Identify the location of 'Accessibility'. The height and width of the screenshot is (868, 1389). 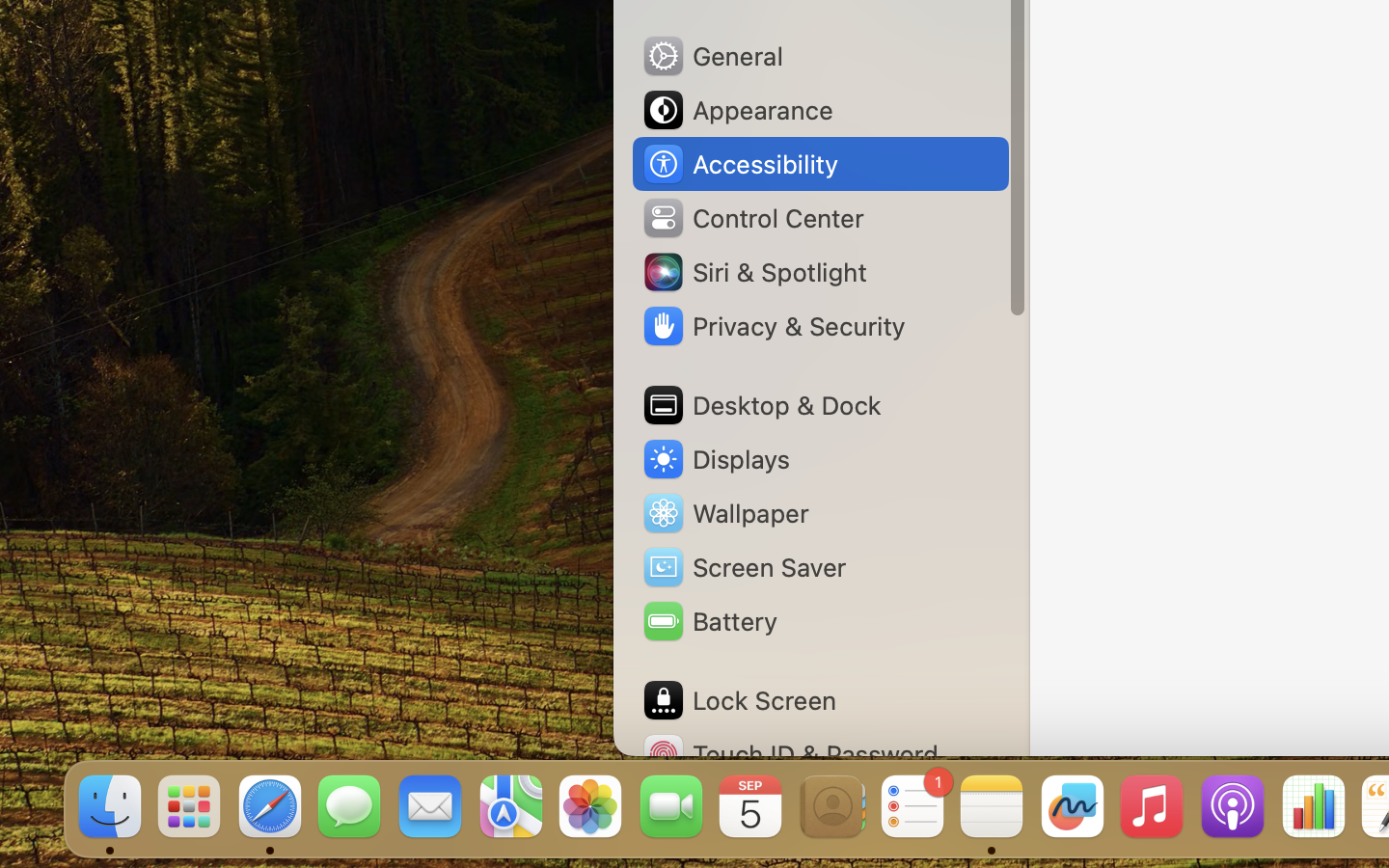
(738, 164).